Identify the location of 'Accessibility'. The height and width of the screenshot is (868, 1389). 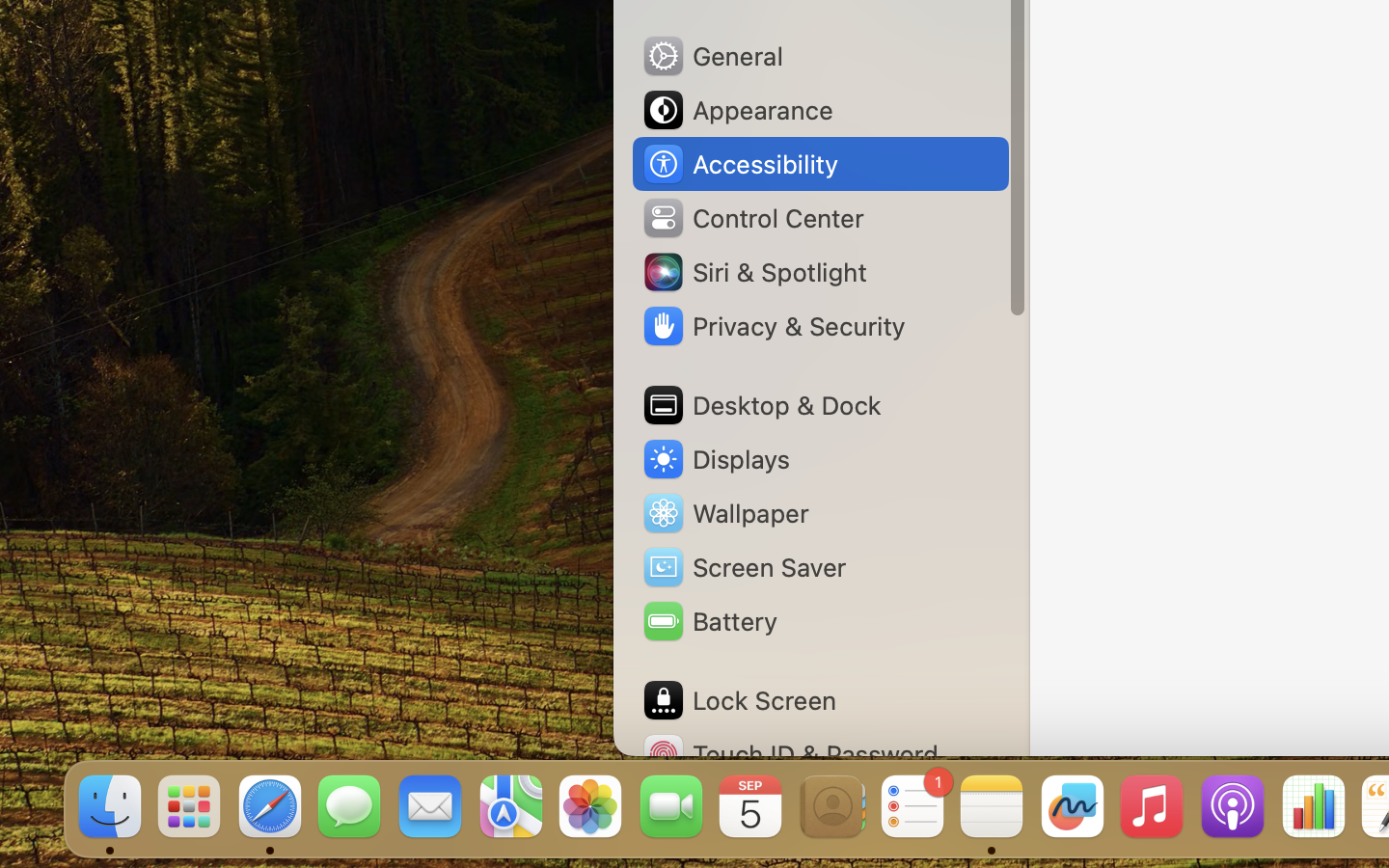
(738, 164).